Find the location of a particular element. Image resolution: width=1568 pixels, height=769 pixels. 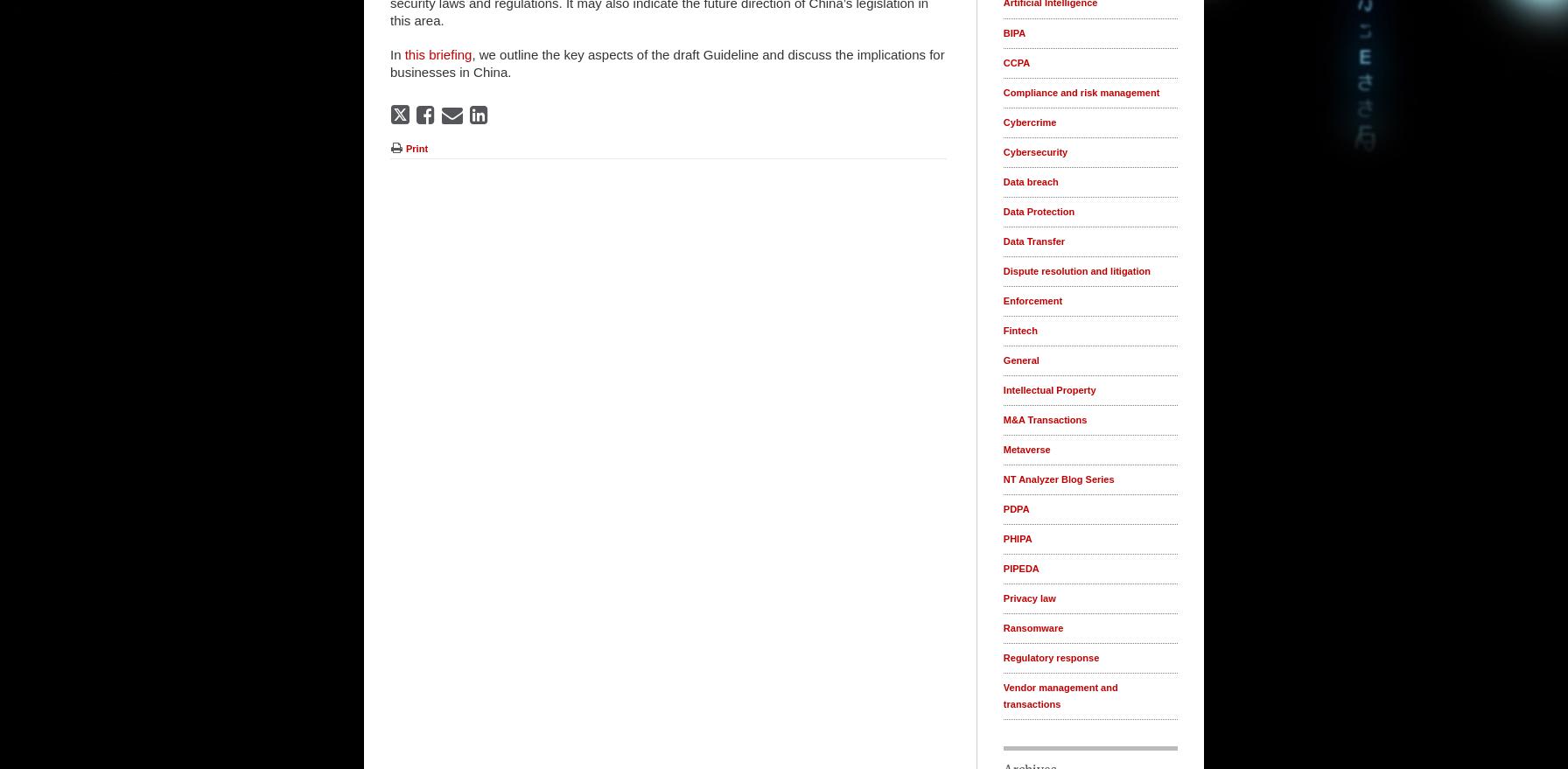

'NT Analyzer Blog Series' is located at coordinates (1058, 479).